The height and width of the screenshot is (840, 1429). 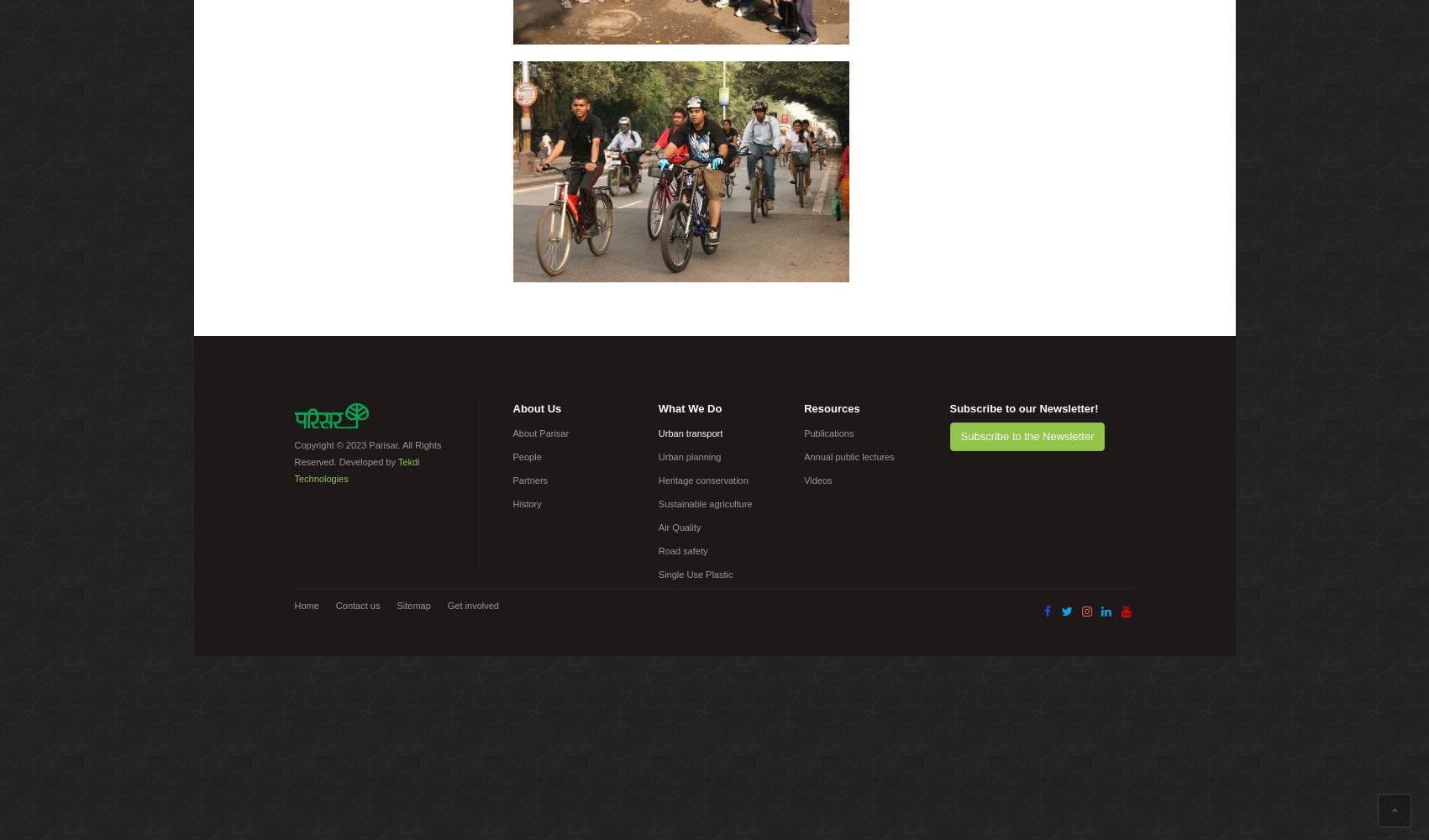 I want to click on 'Road safety', so click(x=682, y=551).